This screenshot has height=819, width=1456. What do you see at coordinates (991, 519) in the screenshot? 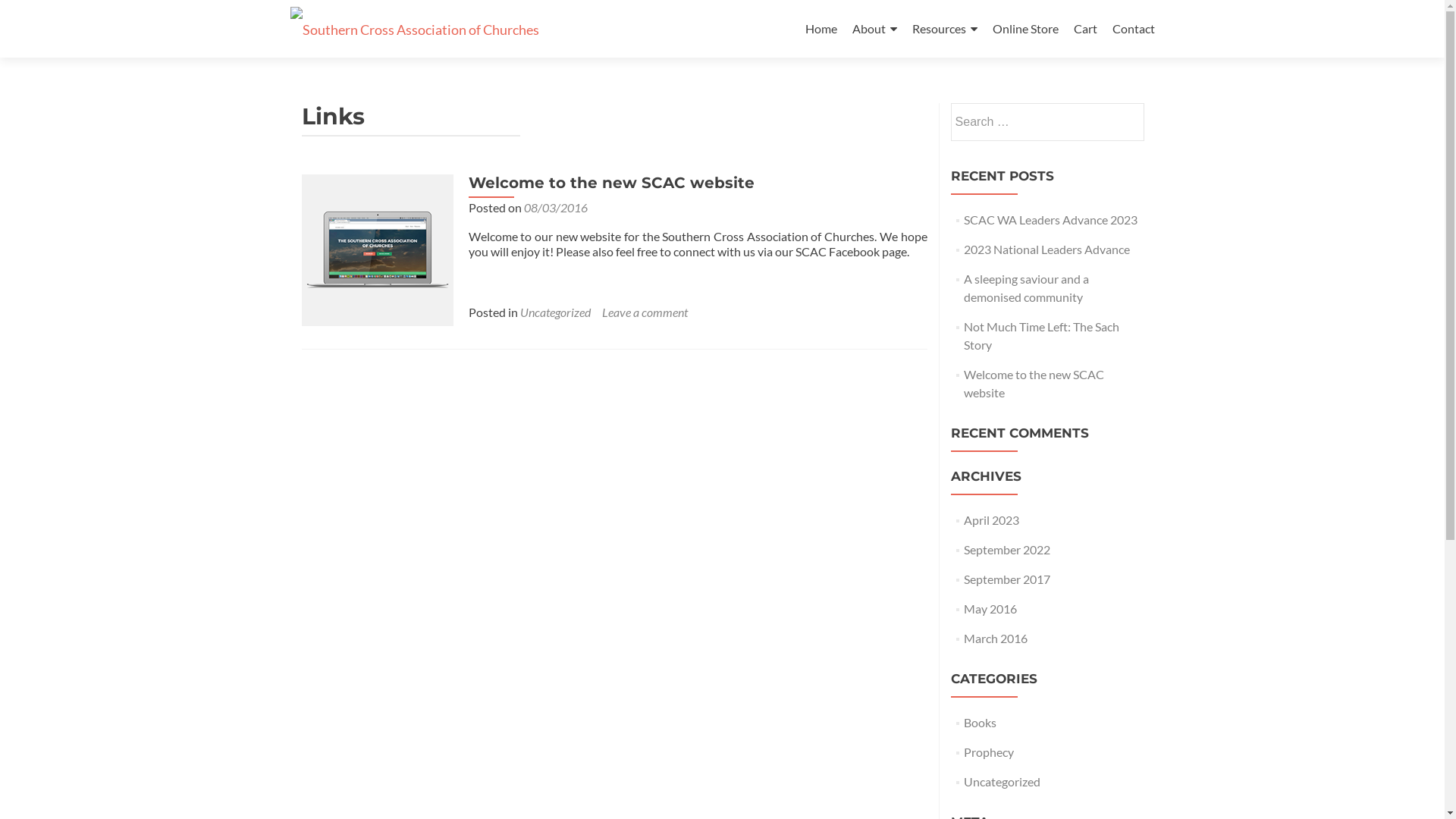
I see `'April 2023'` at bounding box center [991, 519].